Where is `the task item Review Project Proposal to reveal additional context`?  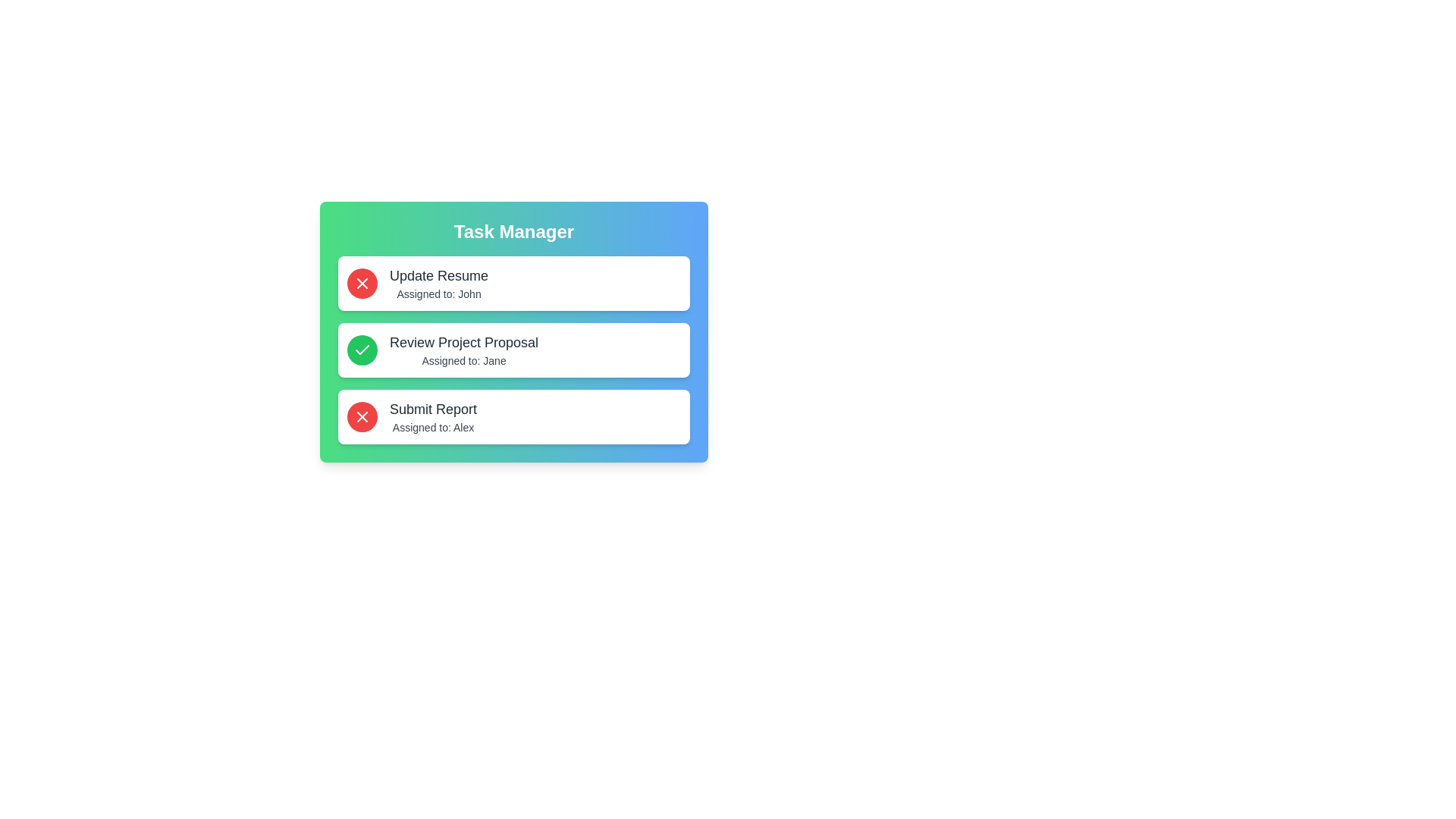 the task item Review Project Proposal to reveal additional context is located at coordinates (513, 350).